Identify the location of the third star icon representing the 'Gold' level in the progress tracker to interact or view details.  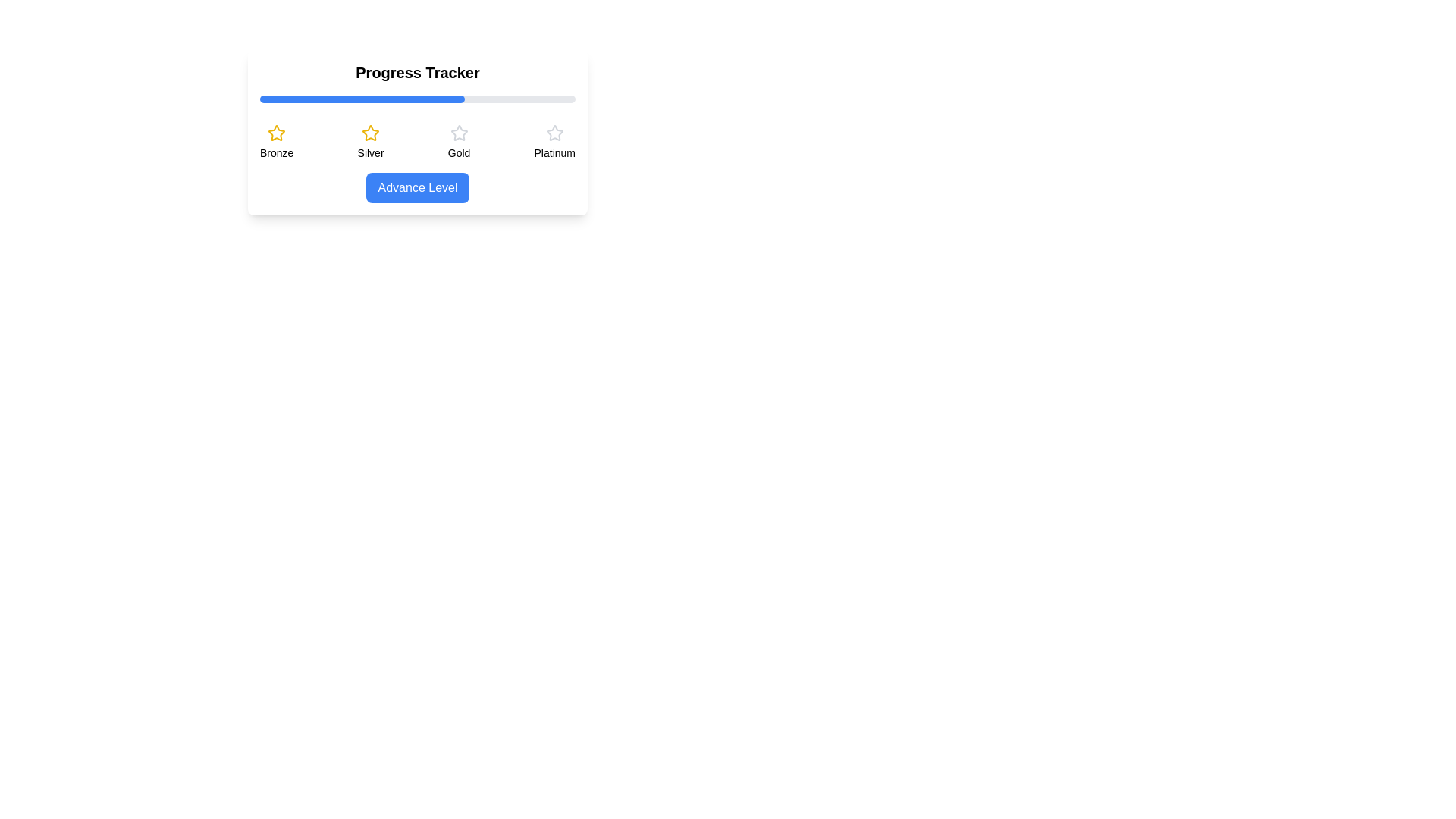
(458, 133).